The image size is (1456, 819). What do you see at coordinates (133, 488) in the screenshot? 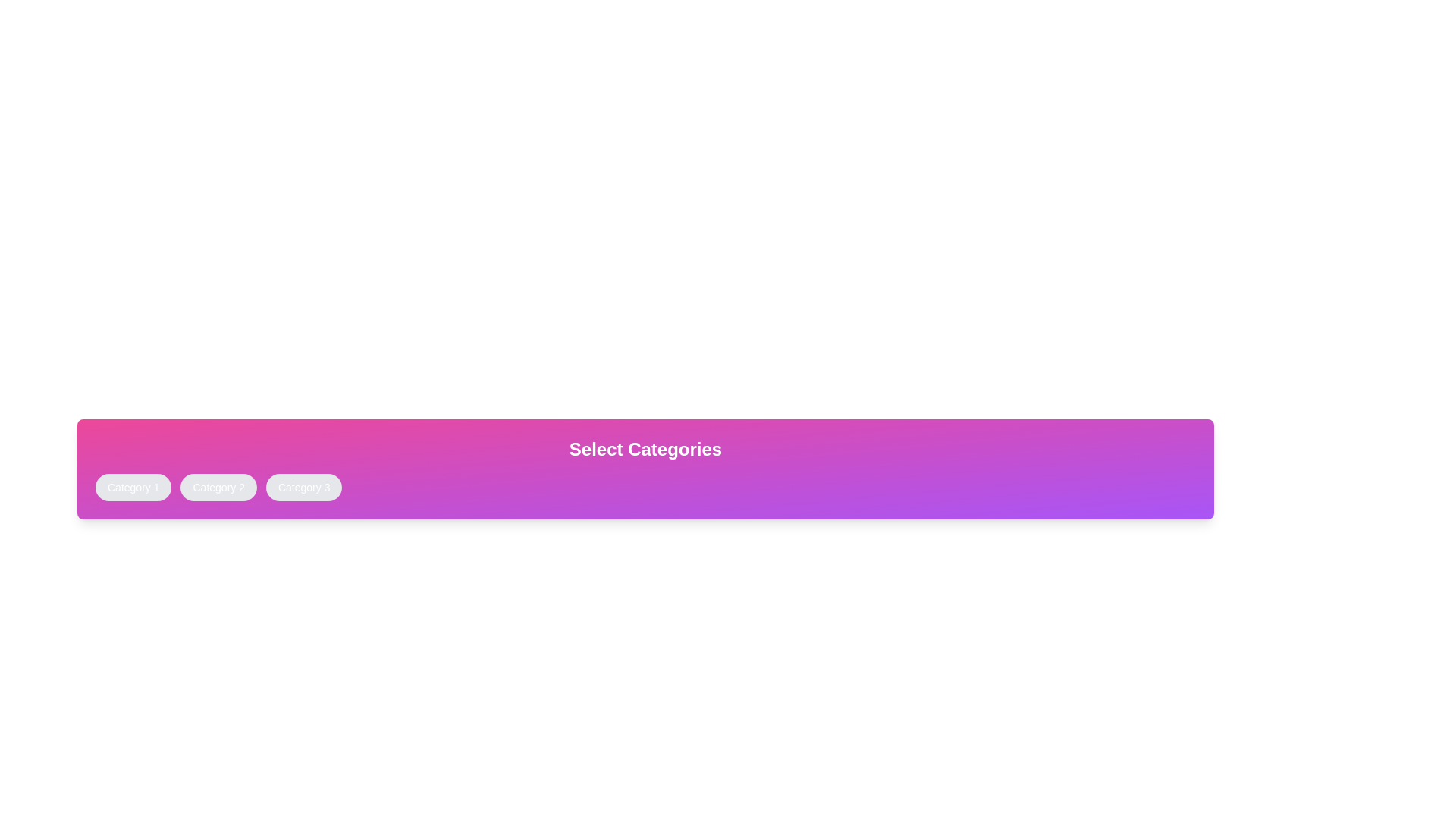
I see `the button corresponding to Category 1 to toggle its active state` at bounding box center [133, 488].